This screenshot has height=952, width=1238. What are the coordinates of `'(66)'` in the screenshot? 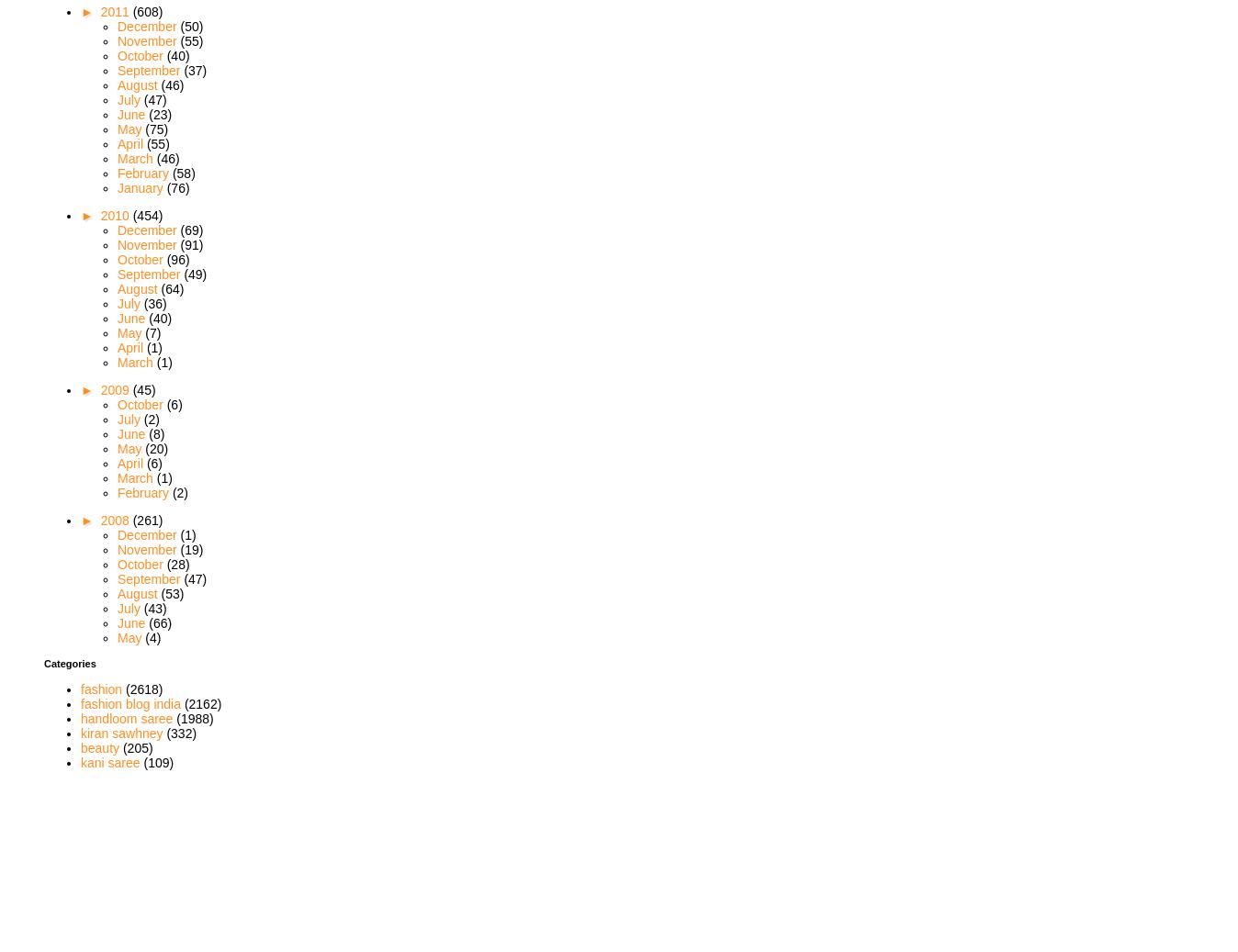 It's located at (160, 622).